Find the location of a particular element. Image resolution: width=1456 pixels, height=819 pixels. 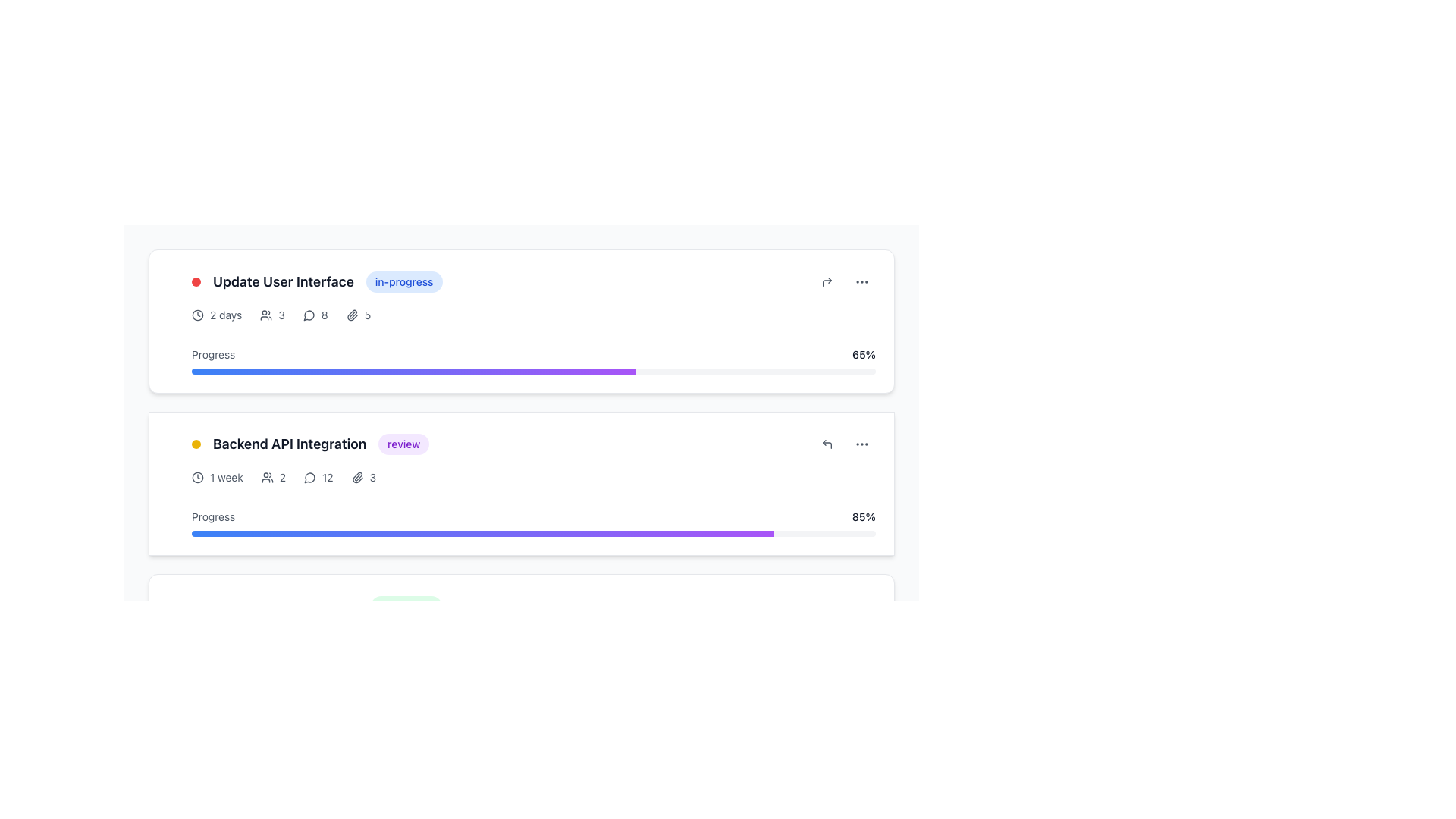

the message/comment icon located to the left of the number '8' and to the right of another icon within the metadata group for the task 'Update User Interface' is located at coordinates (309, 315).